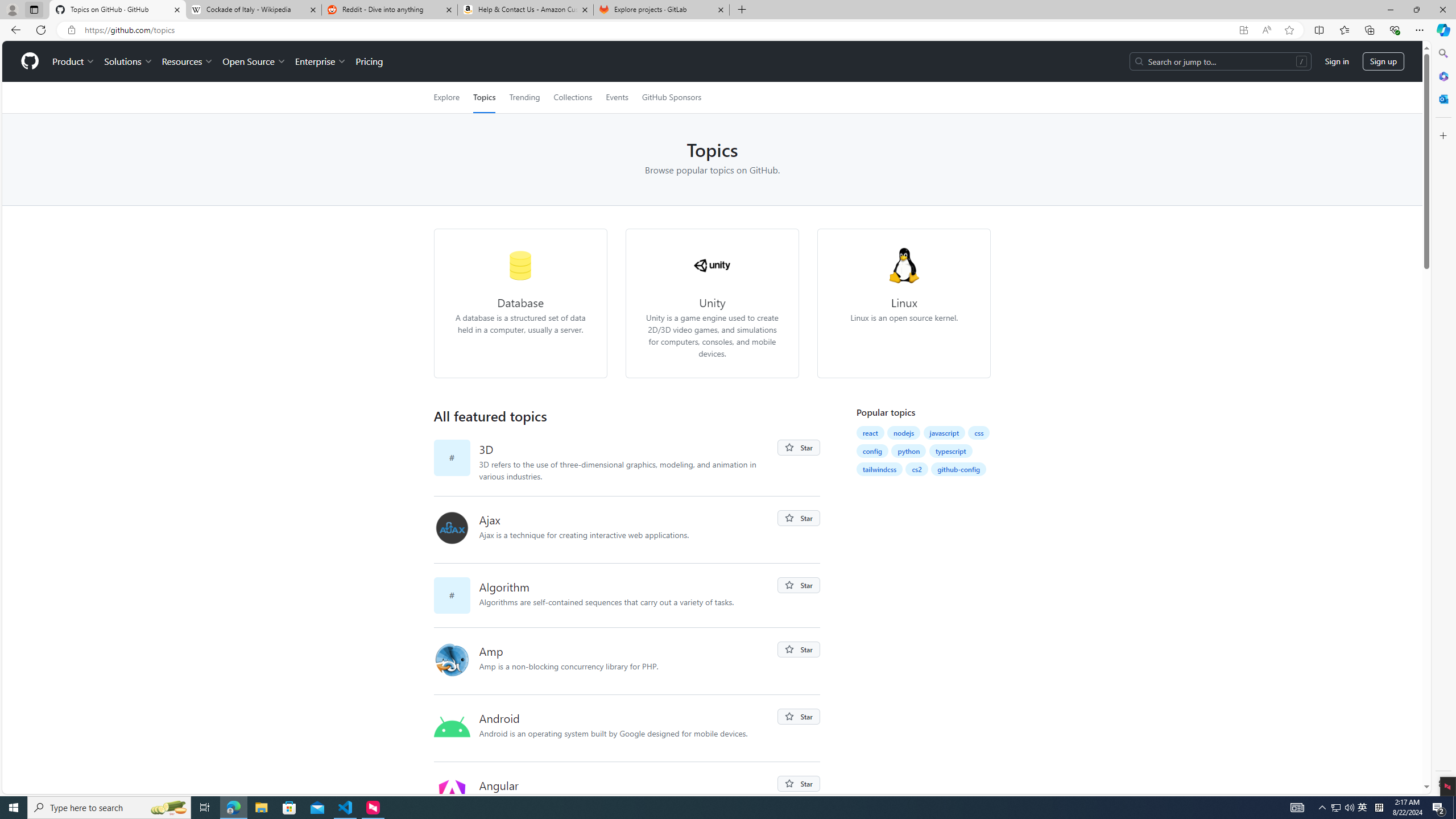  I want to click on 'App available. Install GitHub', so click(1243, 30).